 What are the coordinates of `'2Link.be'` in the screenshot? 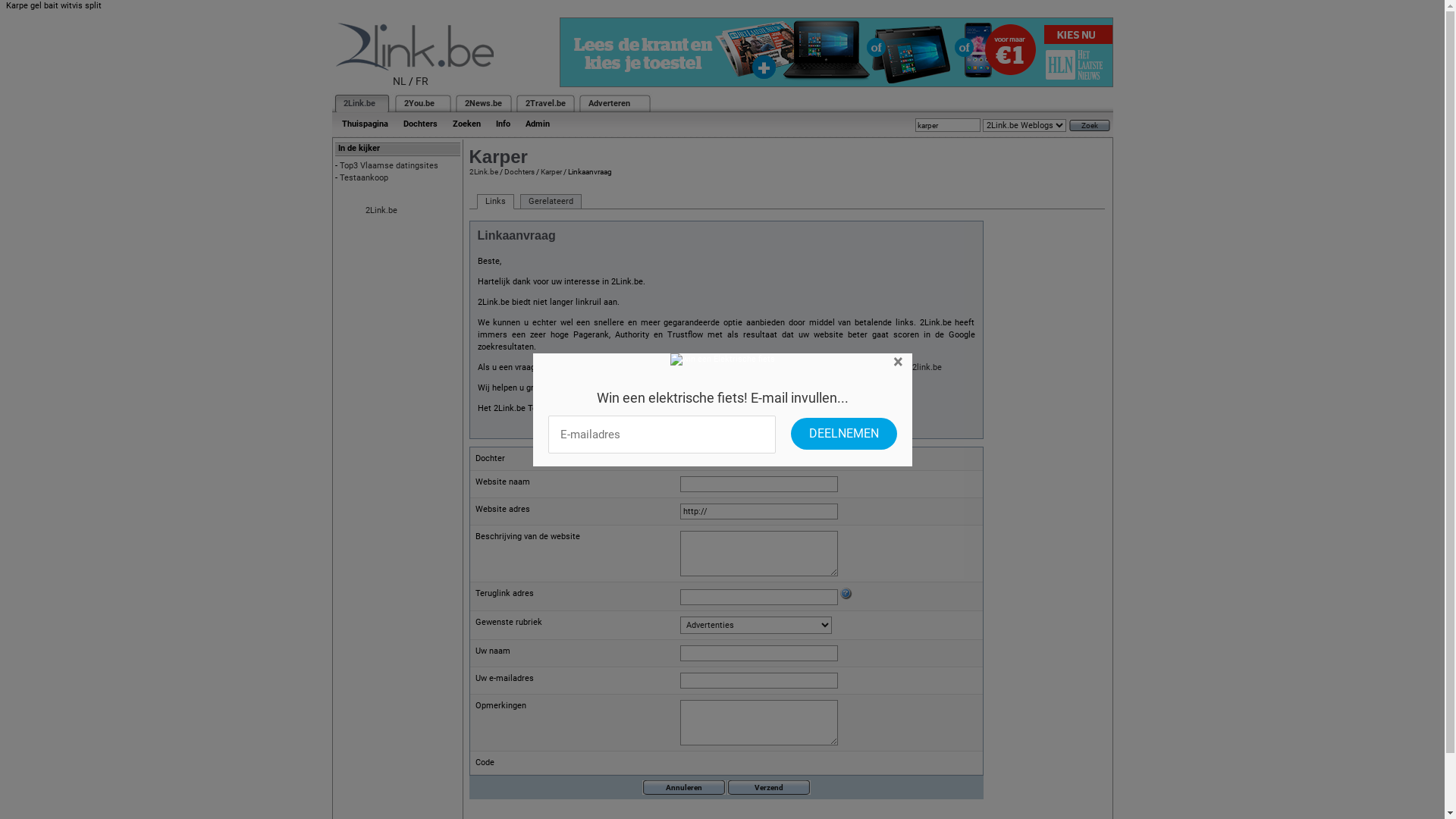 It's located at (482, 171).